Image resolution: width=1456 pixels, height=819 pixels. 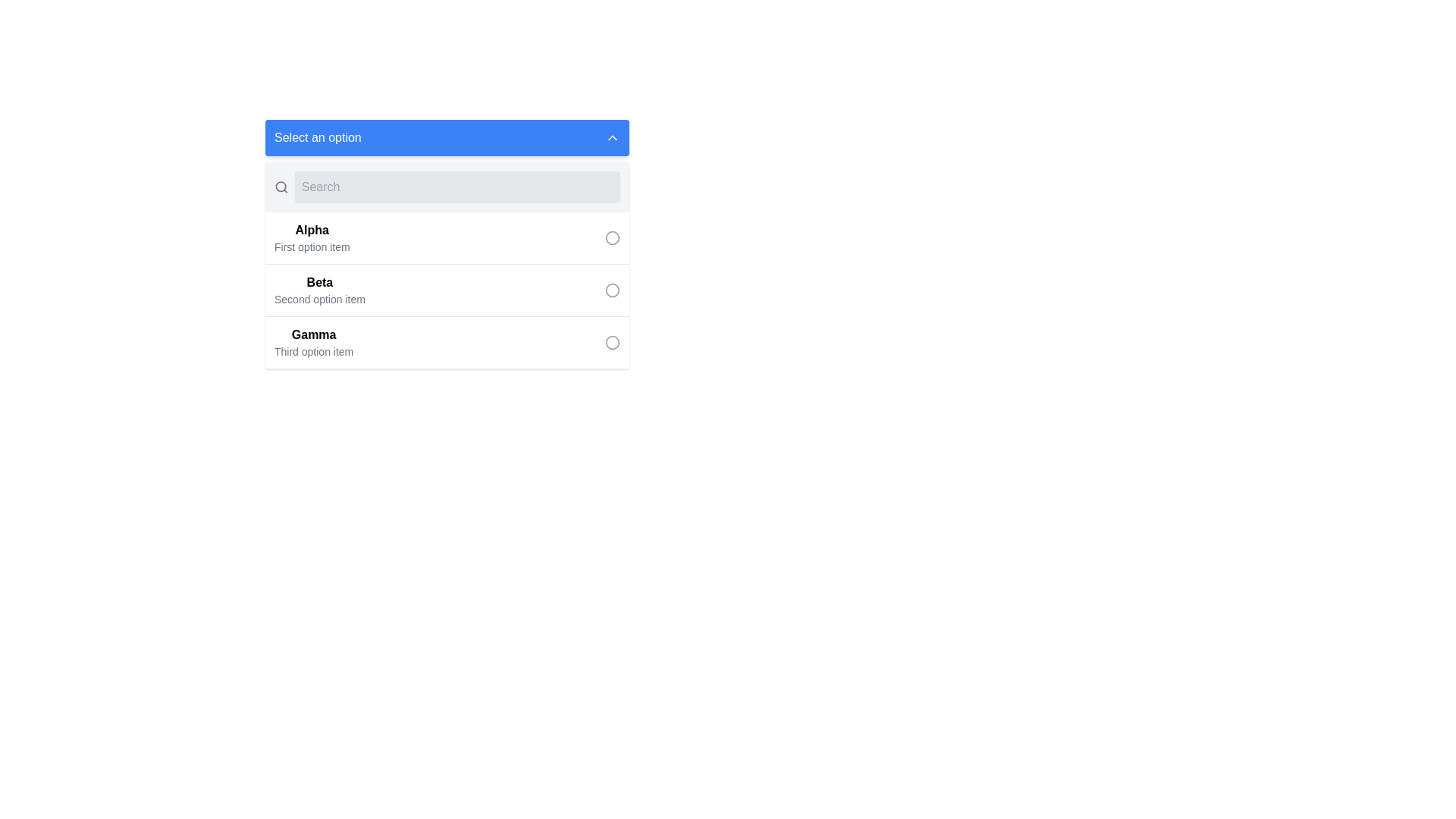 I want to click on the third list item titled 'Gamma', which includes a bold title and a smaller gray description below it, so click(x=447, y=343).